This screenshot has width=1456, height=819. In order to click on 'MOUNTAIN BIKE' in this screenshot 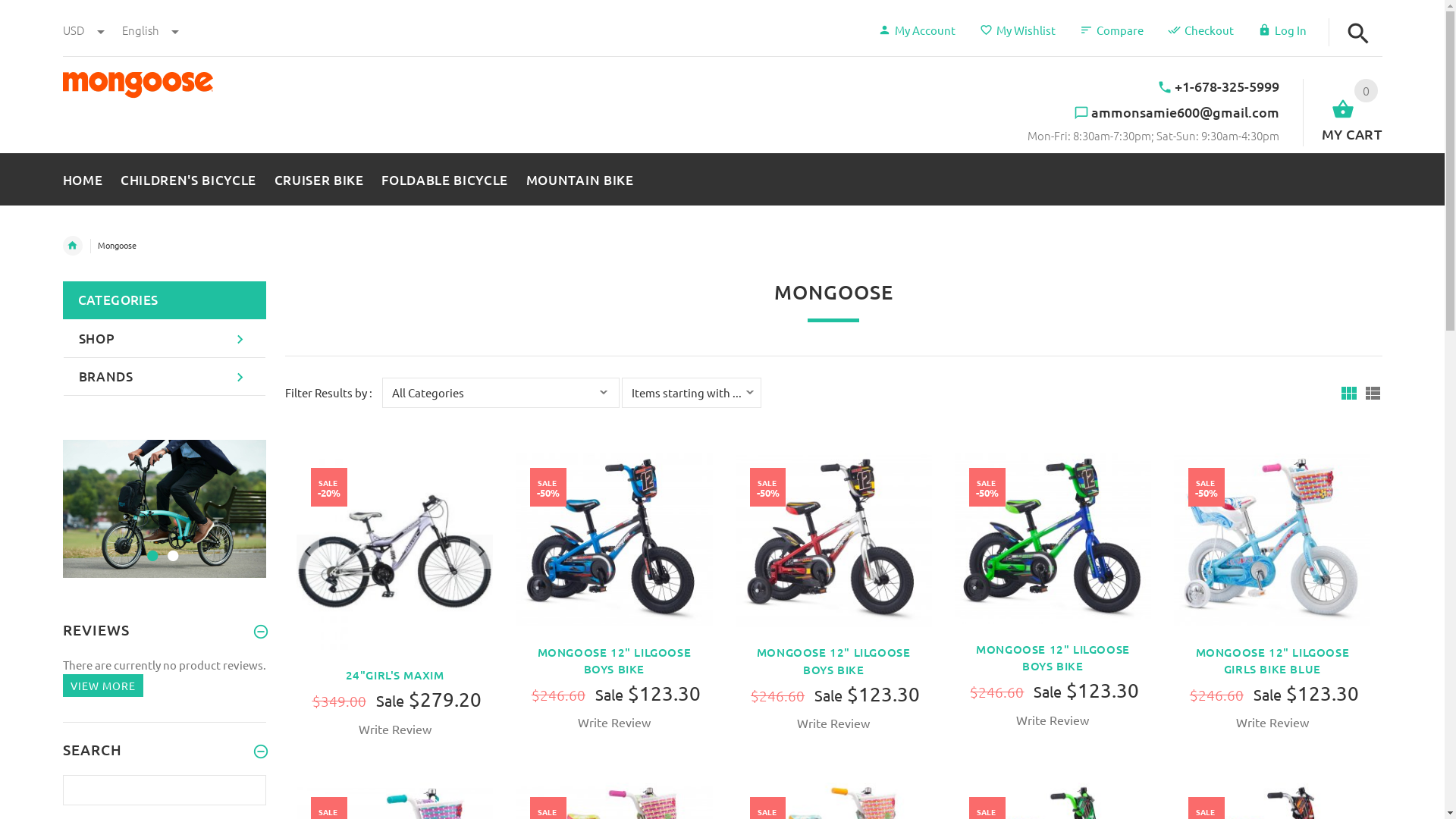, I will do `click(516, 175)`.